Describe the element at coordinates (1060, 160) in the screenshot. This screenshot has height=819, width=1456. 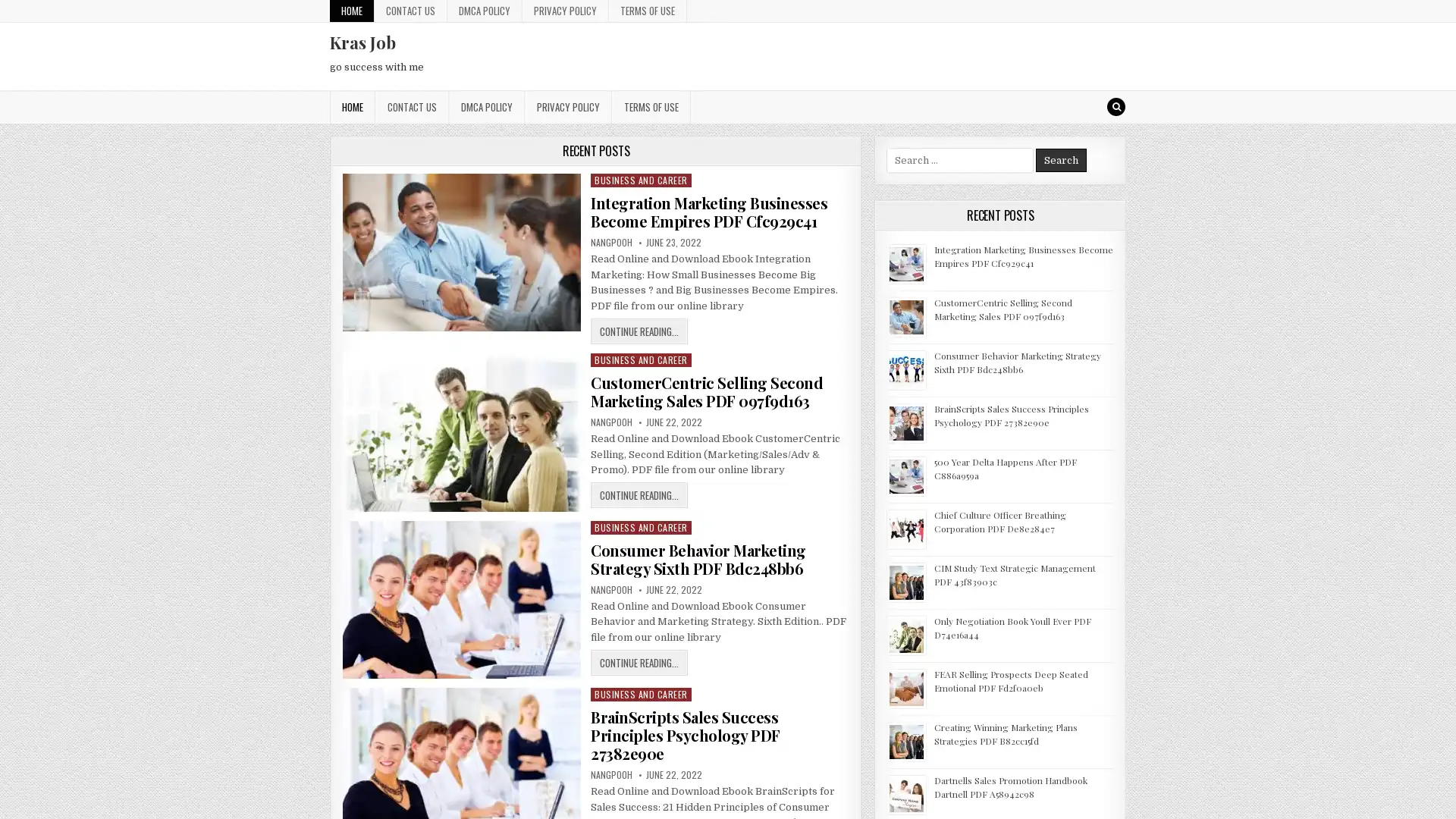
I see `Search` at that location.